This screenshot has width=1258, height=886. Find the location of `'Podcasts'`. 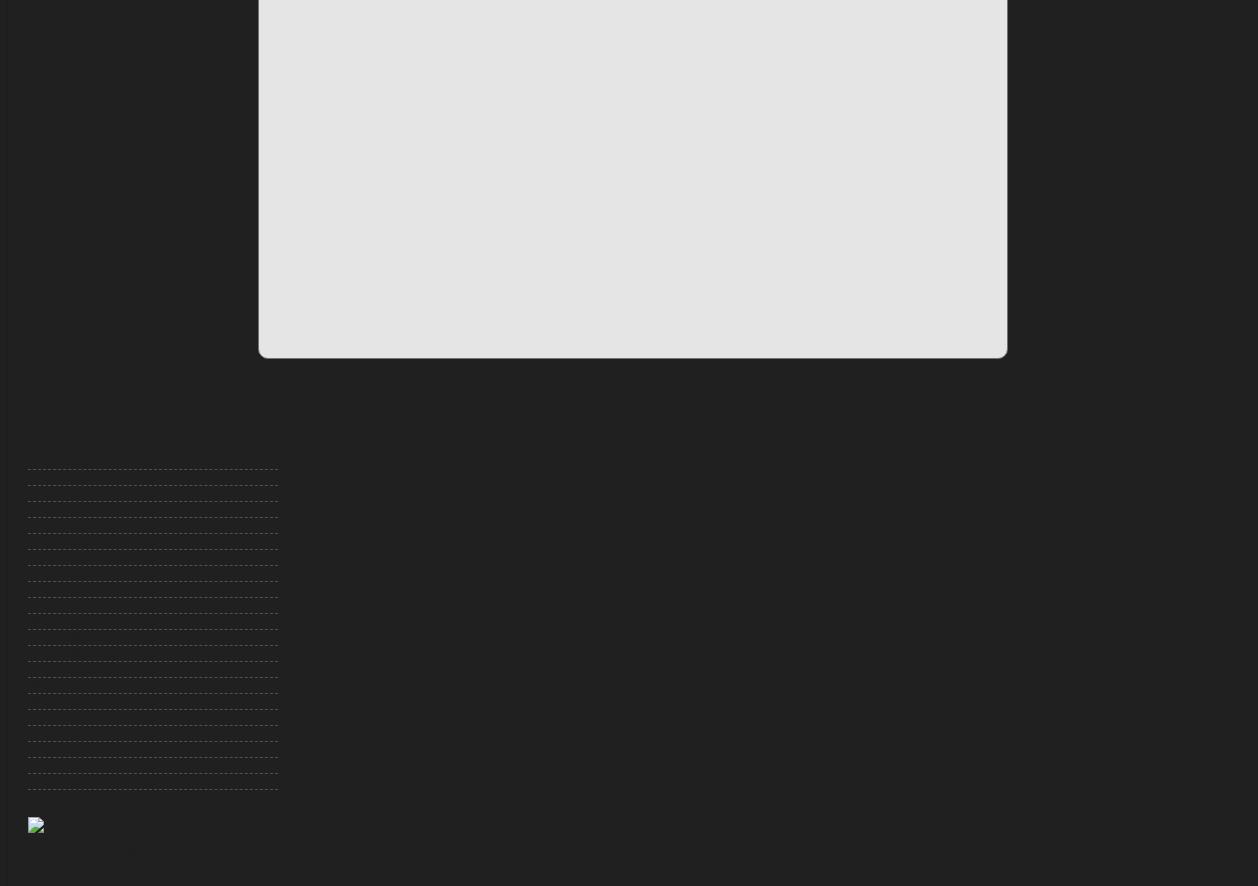

'Podcasts' is located at coordinates (49, 747).